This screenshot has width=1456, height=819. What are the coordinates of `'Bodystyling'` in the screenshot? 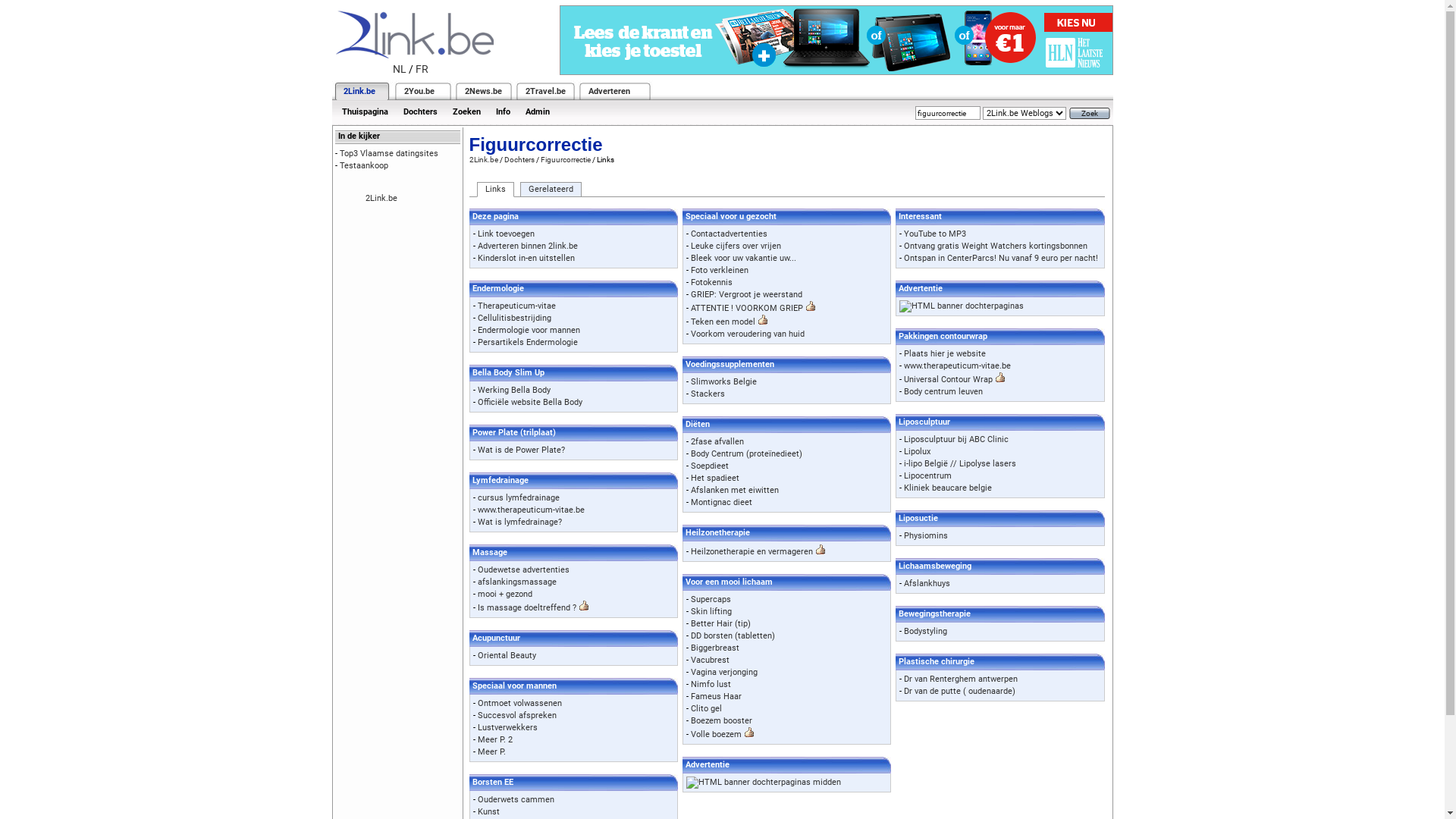 It's located at (924, 631).